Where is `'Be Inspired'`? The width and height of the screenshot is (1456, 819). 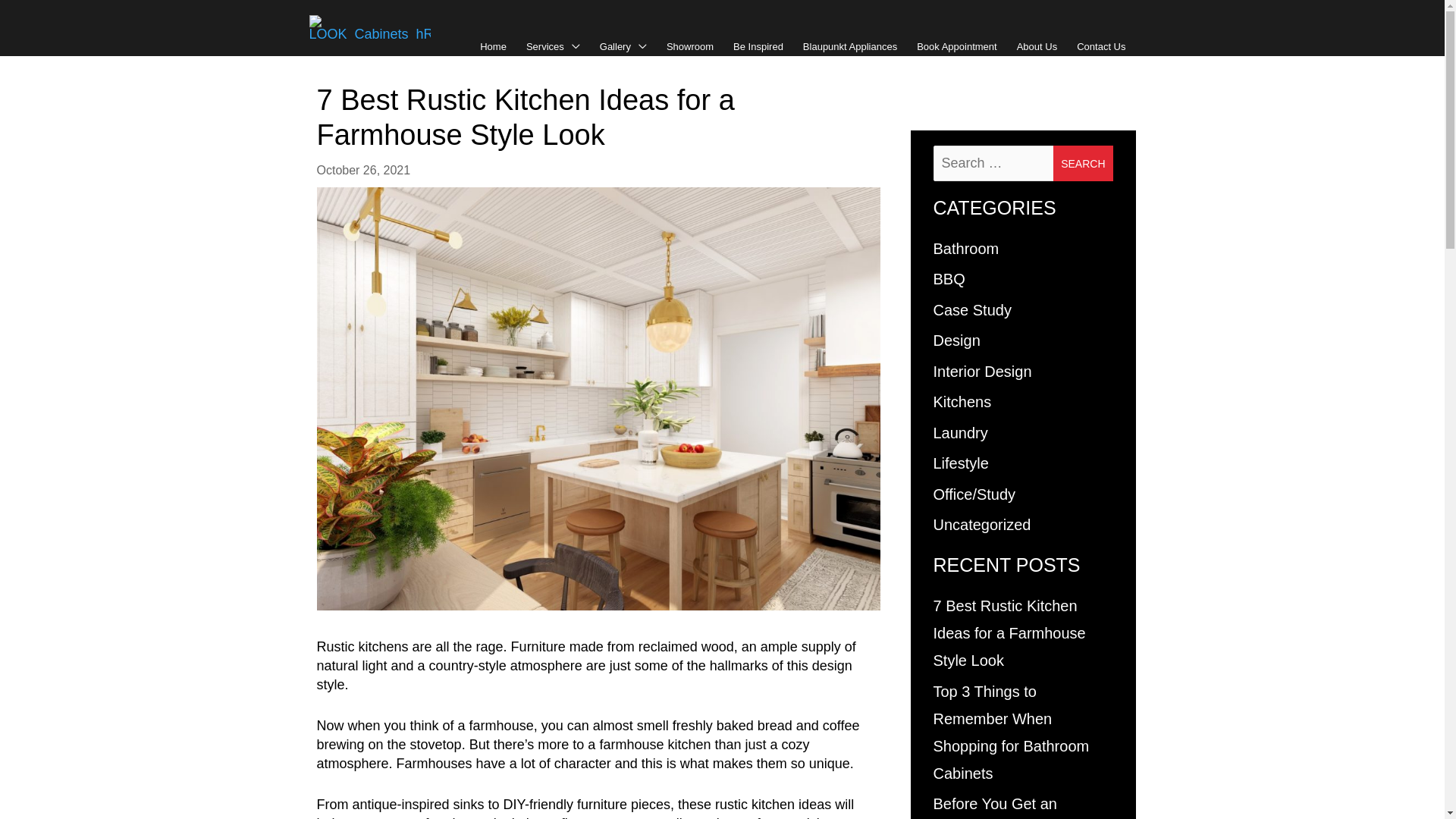
'Be Inspired' is located at coordinates (758, 45).